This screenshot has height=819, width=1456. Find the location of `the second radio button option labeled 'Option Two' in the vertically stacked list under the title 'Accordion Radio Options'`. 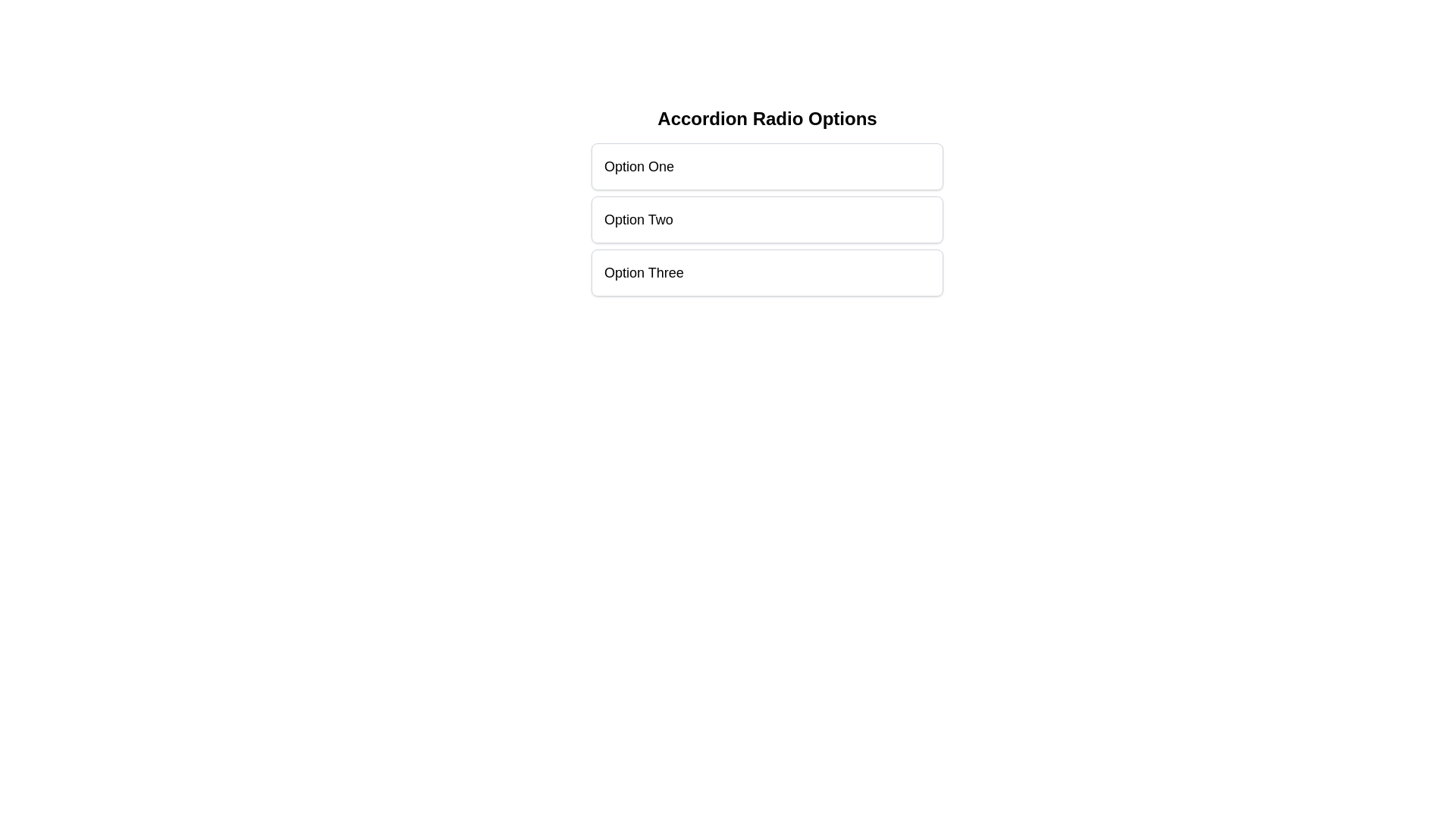

the second radio button option labeled 'Option Two' in the vertically stacked list under the title 'Accordion Radio Options' is located at coordinates (767, 219).